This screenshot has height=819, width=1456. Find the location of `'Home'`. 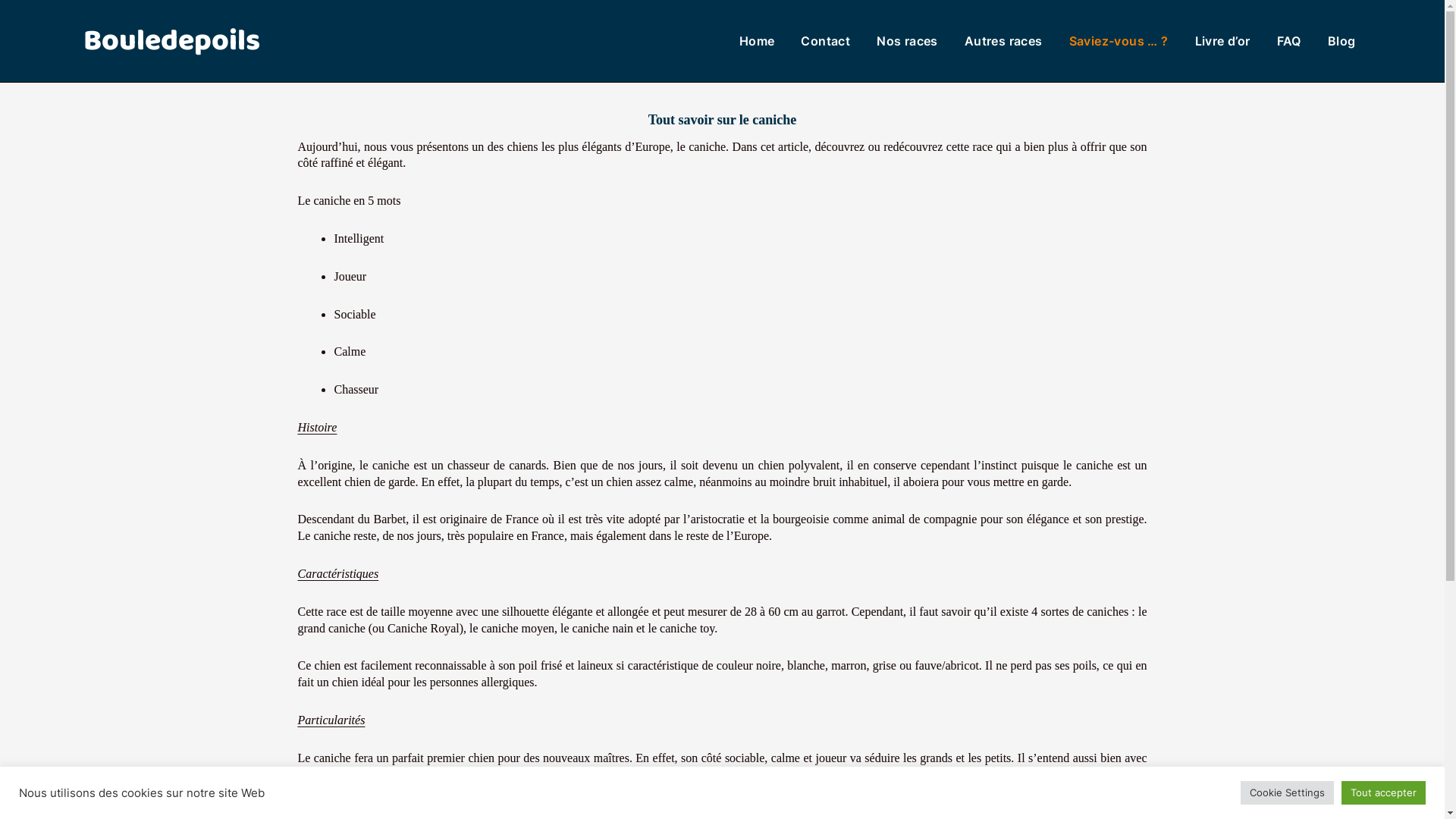

'Home' is located at coordinates (757, 40).